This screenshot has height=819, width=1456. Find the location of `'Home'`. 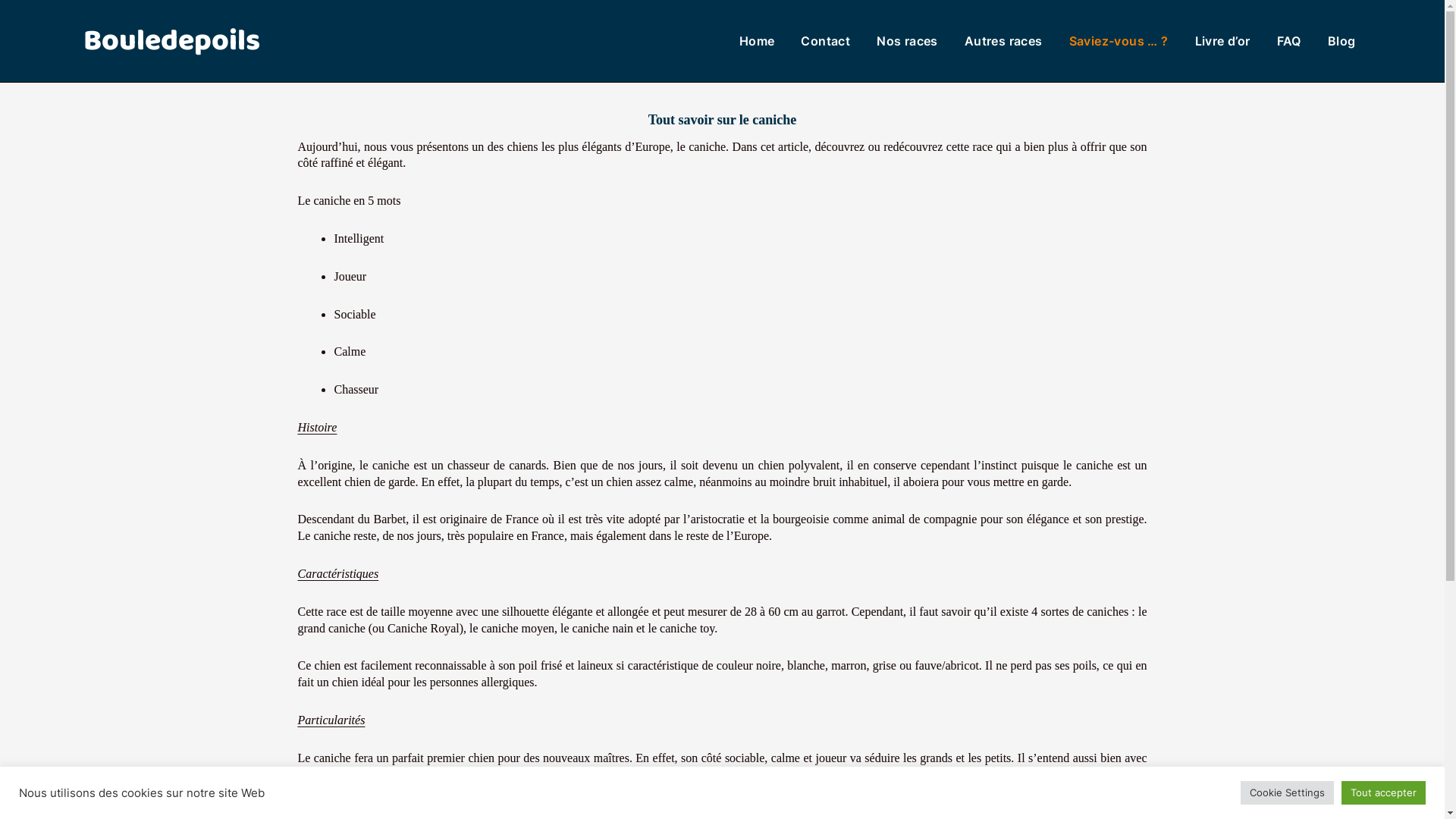

'Home' is located at coordinates (757, 40).